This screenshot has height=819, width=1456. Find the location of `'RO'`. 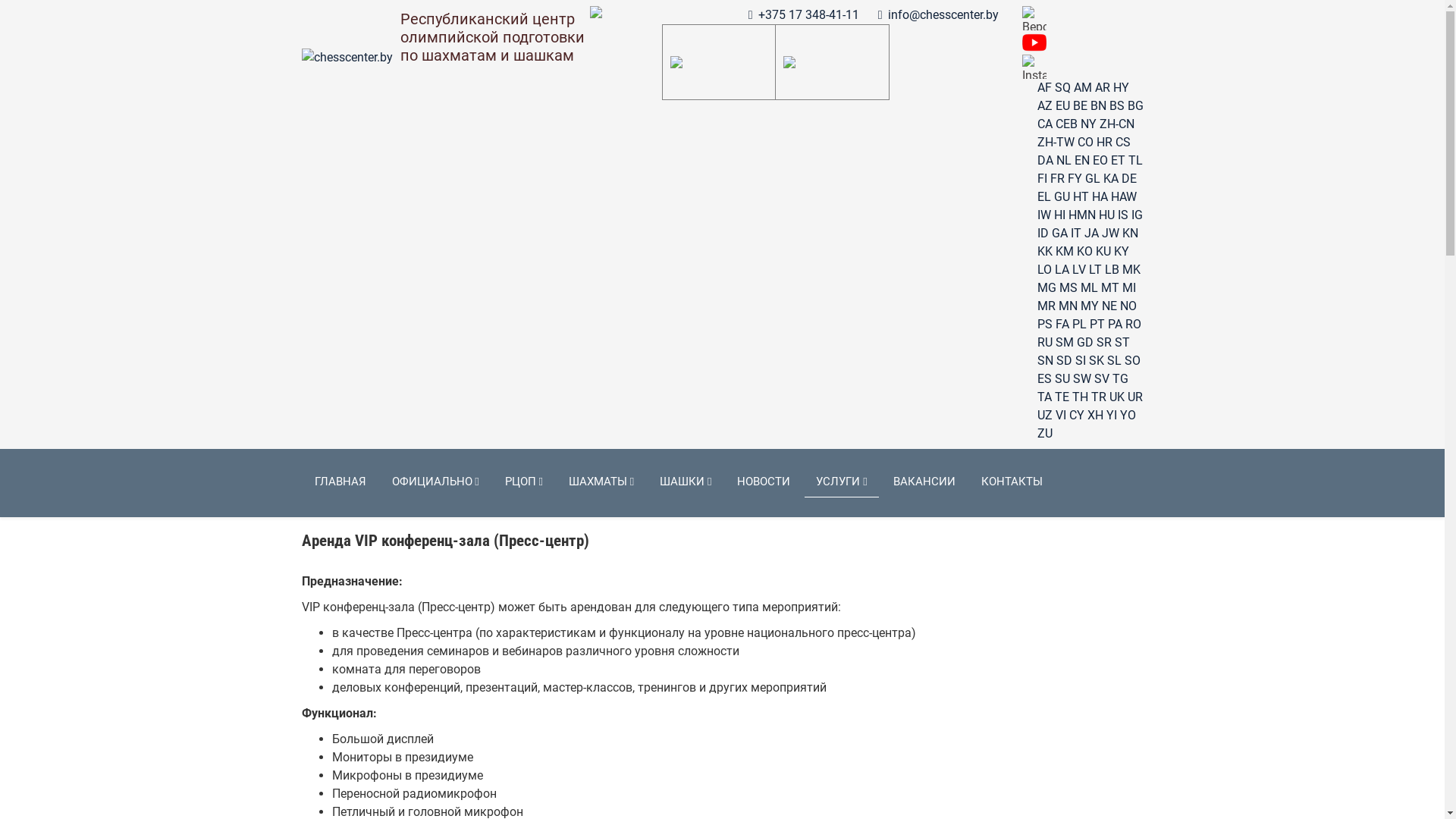

'RO' is located at coordinates (1133, 323).